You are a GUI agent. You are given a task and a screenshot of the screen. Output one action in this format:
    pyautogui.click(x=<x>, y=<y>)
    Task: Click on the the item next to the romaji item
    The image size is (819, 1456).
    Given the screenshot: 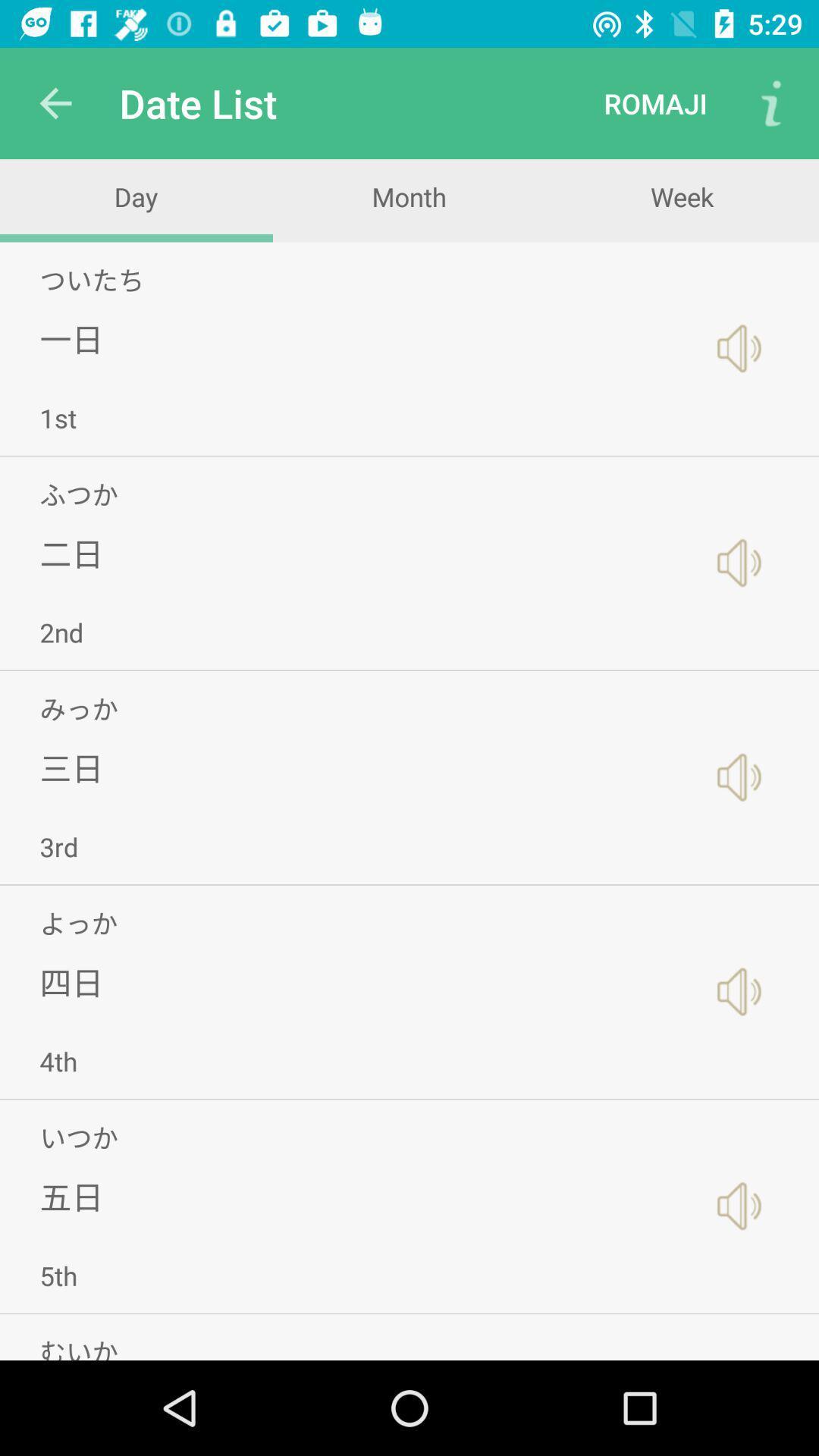 What is the action you would take?
    pyautogui.click(x=771, y=102)
    